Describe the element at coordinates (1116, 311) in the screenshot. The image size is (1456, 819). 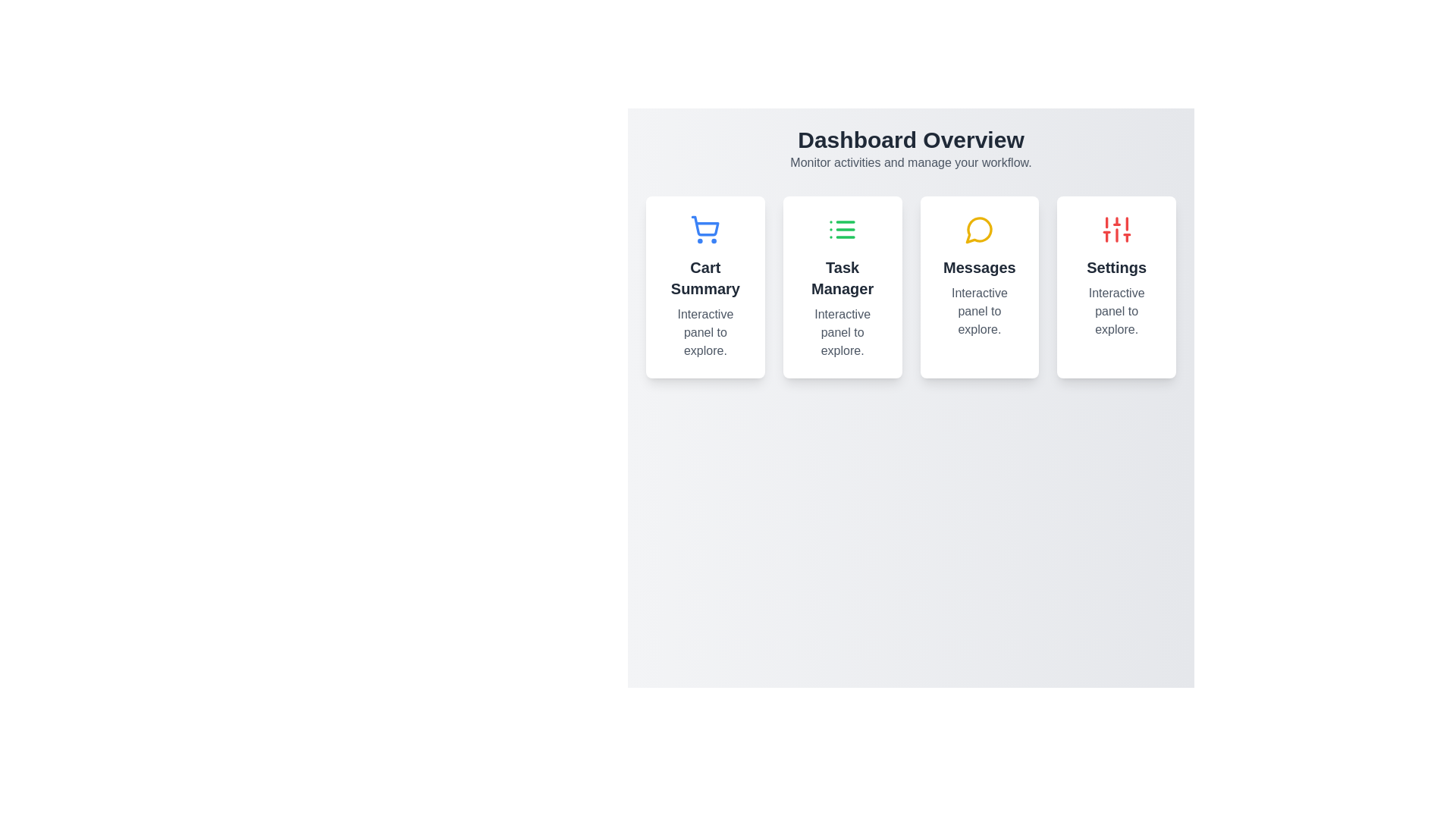
I see `the text label that reads 'Interactive panel` at that location.